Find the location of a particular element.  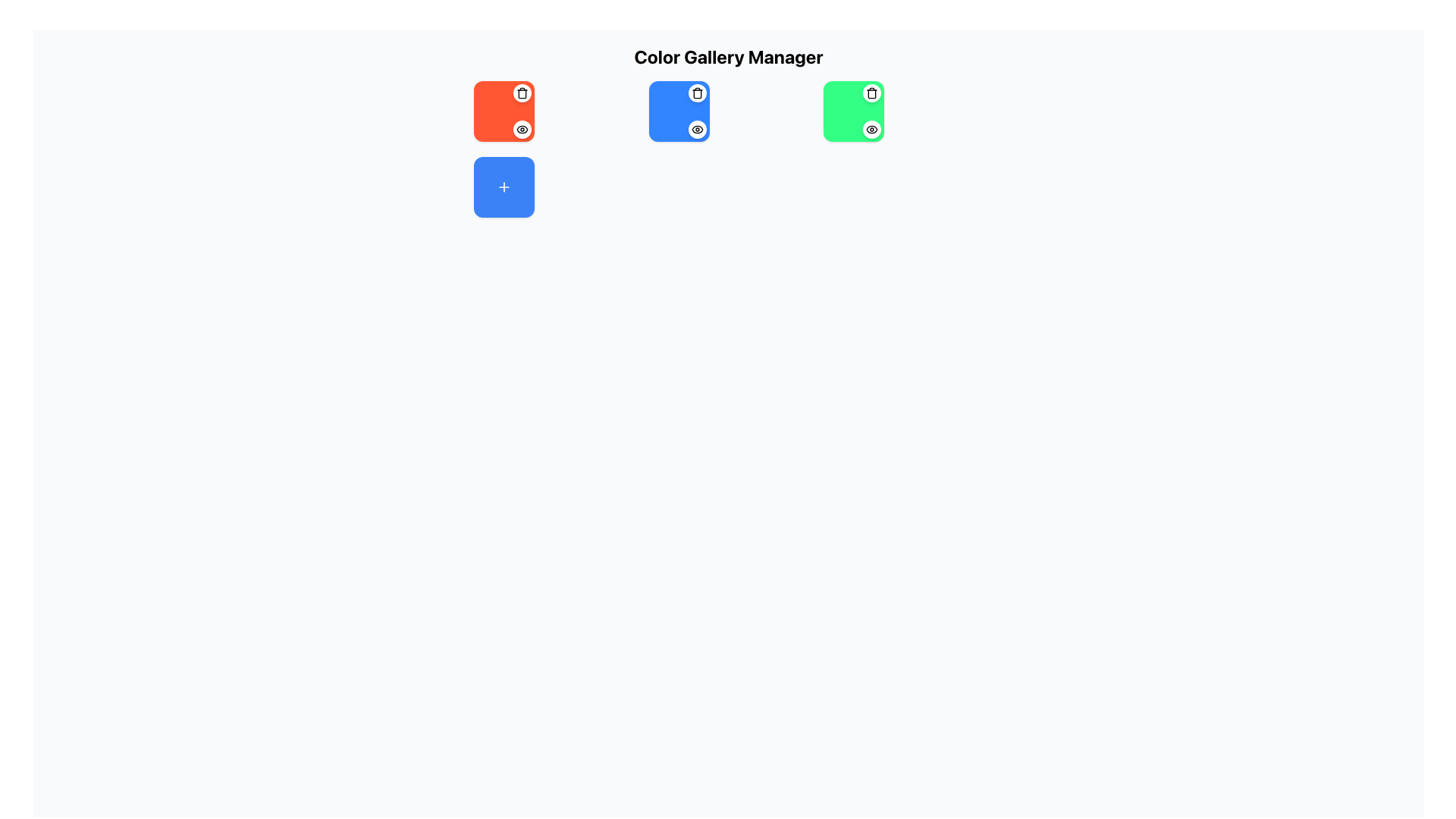

the delete button located in the top-right corner of the orange card, which is inside a circular white background with a rounded shadow effect is located at coordinates (522, 93).